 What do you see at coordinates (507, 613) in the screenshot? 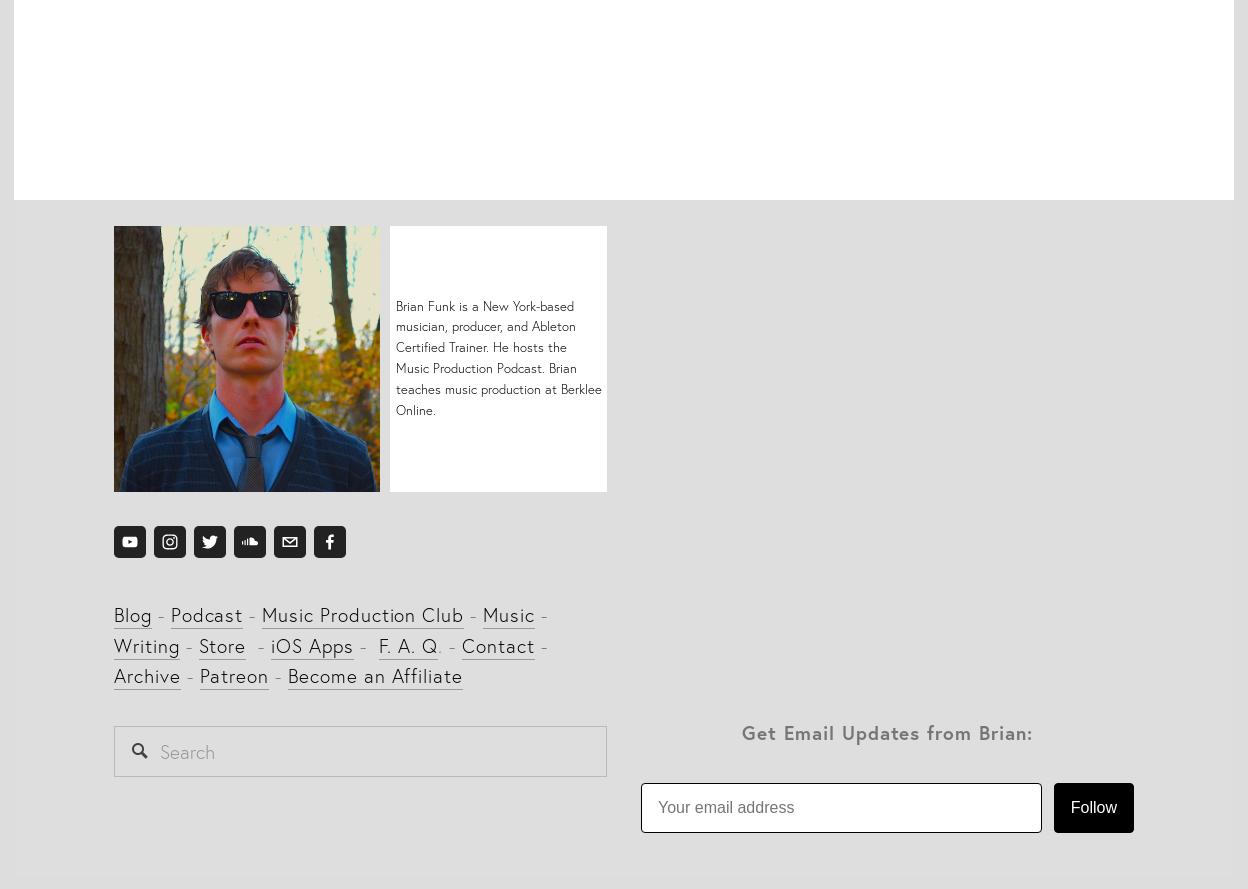
I see `'Music'` at bounding box center [507, 613].